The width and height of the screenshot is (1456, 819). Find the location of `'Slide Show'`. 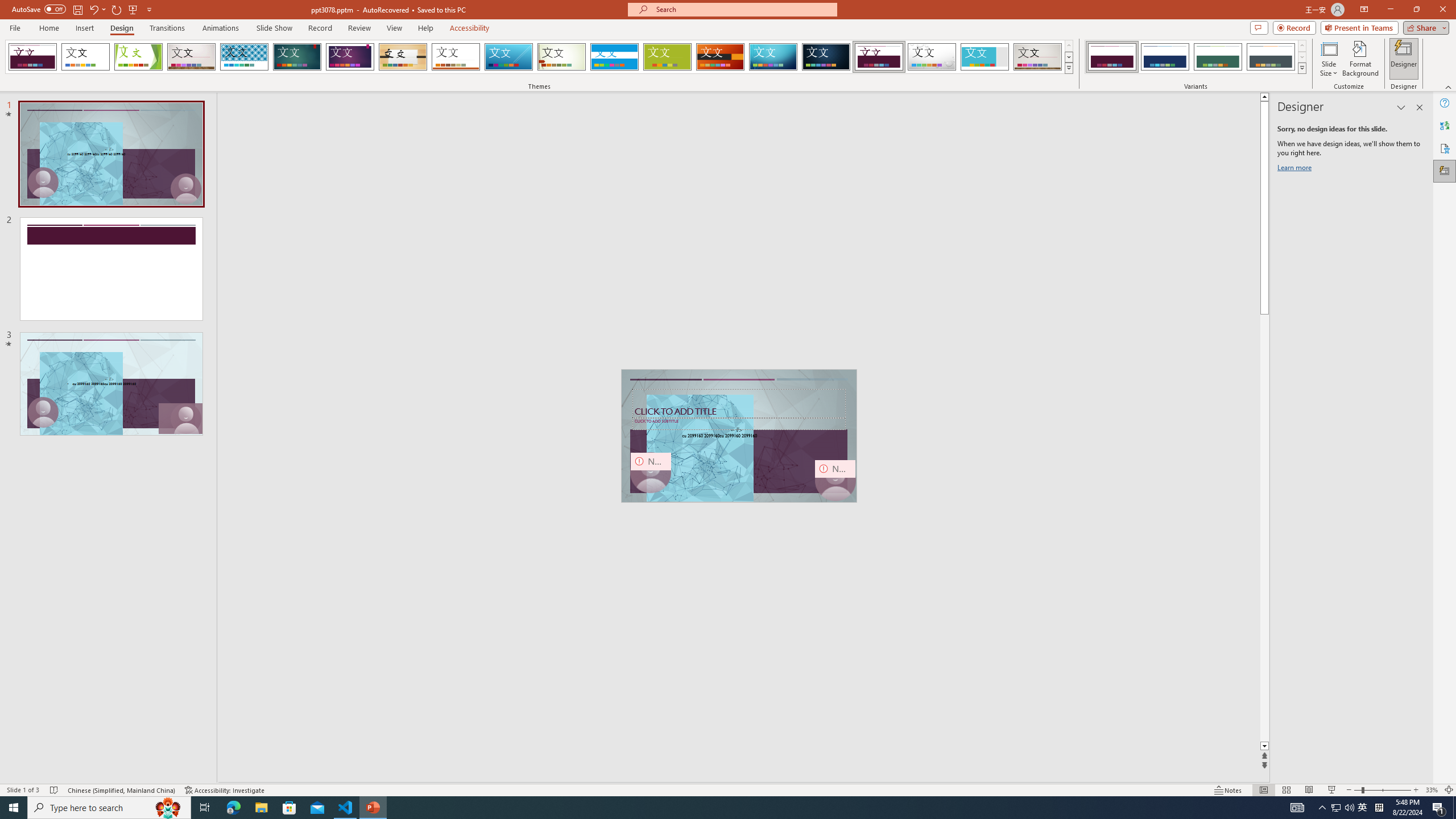

'Slide Show' is located at coordinates (274, 28).